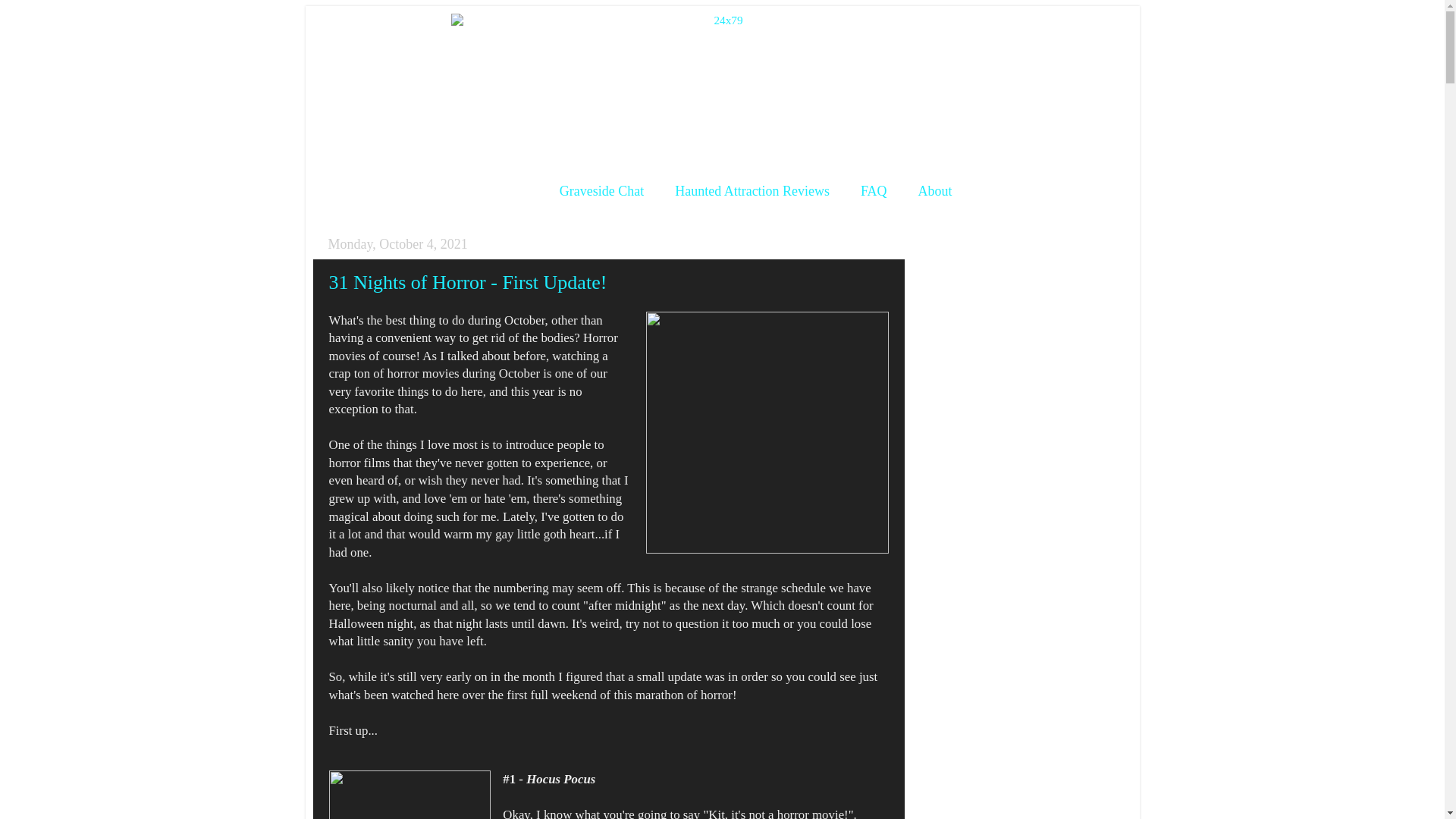  What do you see at coordinates (934, 190) in the screenshot?
I see `'About'` at bounding box center [934, 190].